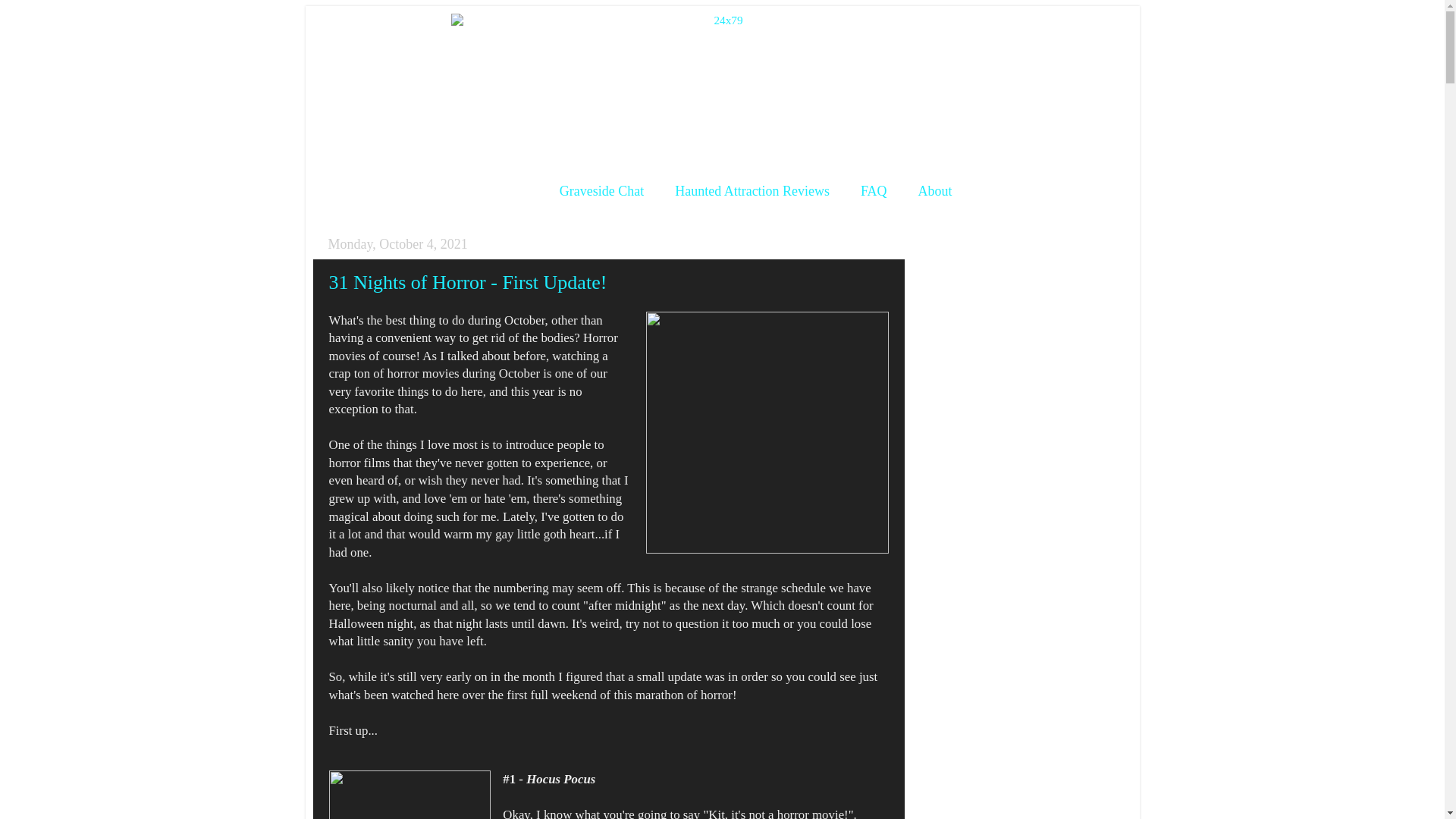  What do you see at coordinates (934, 190) in the screenshot?
I see `'About'` at bounding box center [934, 190].